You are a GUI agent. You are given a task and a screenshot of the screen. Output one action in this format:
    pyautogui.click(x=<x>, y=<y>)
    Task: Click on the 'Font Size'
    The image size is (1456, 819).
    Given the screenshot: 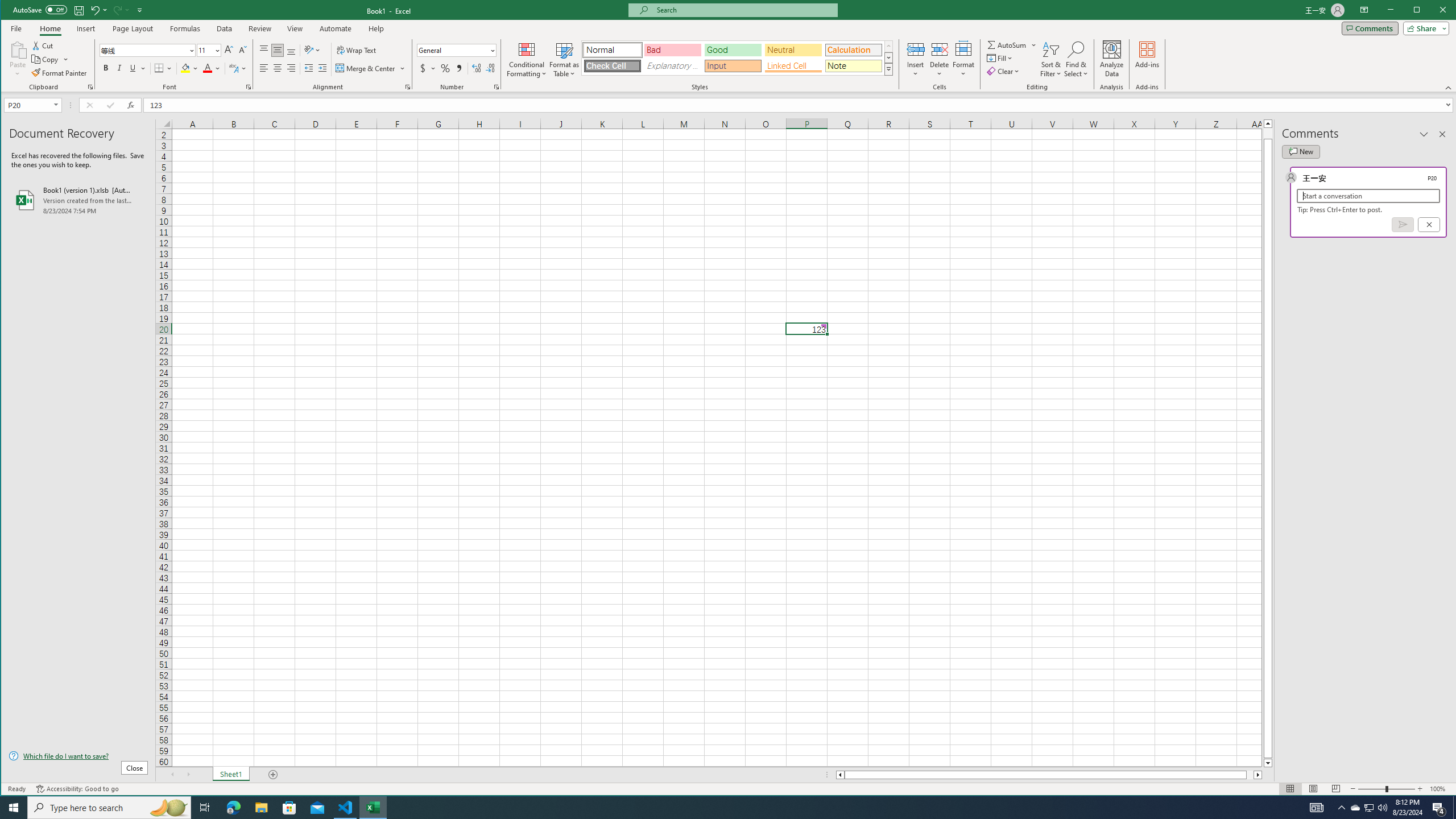 What is the action you would take?
    pyautogui.click(x=204, y=50)
    